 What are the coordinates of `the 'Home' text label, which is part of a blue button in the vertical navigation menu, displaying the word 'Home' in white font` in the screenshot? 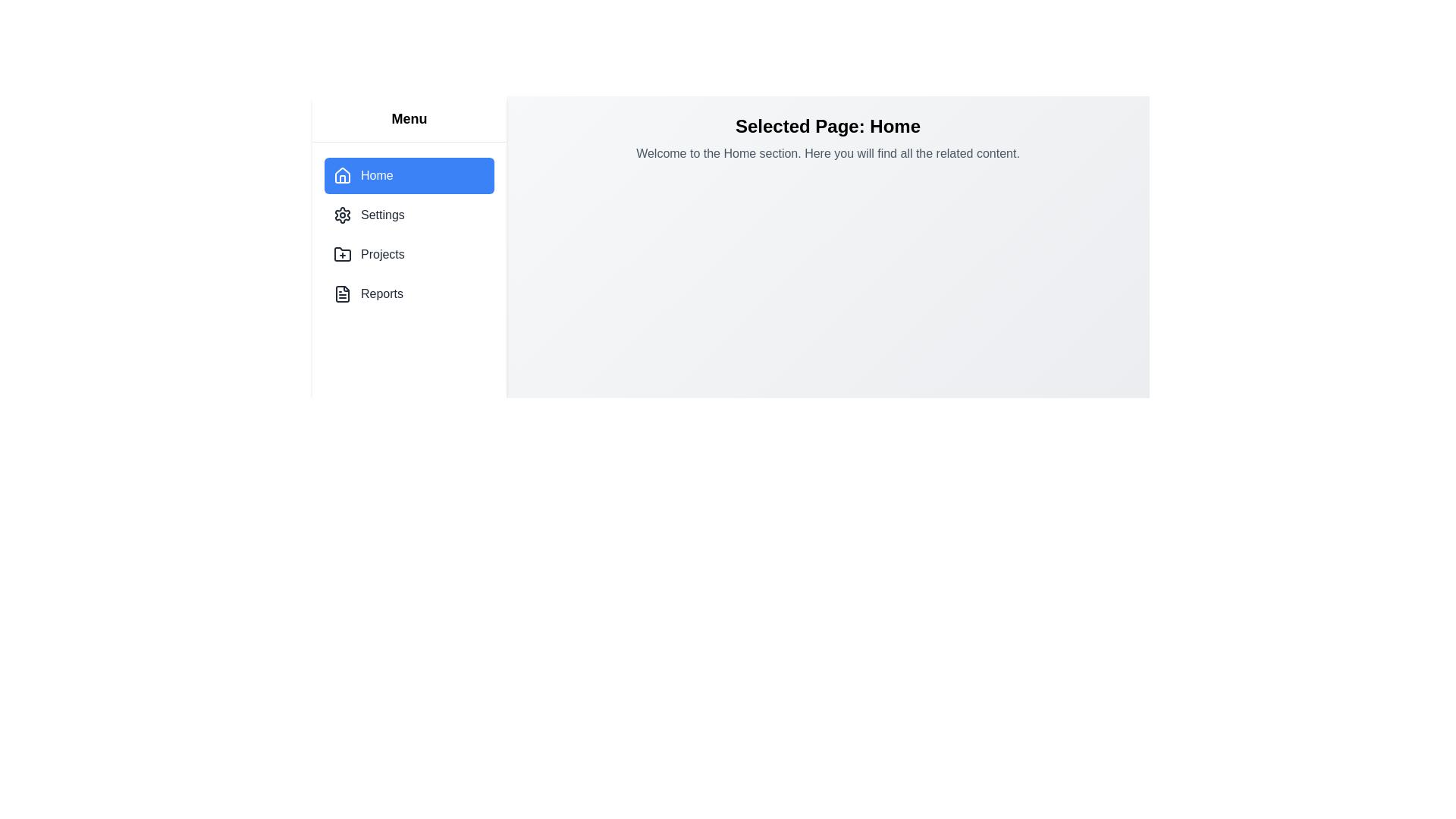 It's located at (377, 174).